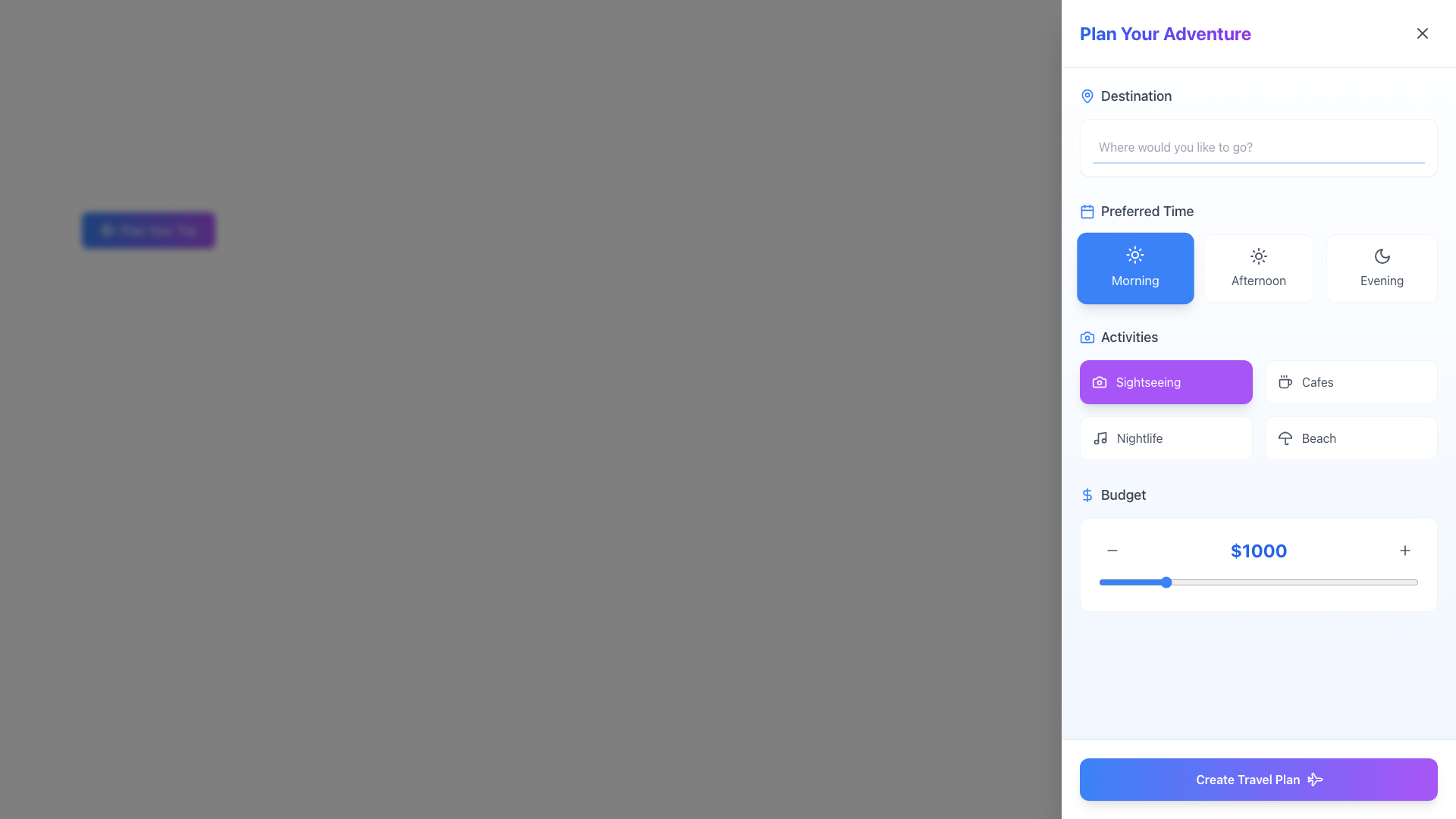 This screenshot has height=819, width=1456. I want to click on the 'Nightlife' button in the 'Activities' section, so click(1165, 438).